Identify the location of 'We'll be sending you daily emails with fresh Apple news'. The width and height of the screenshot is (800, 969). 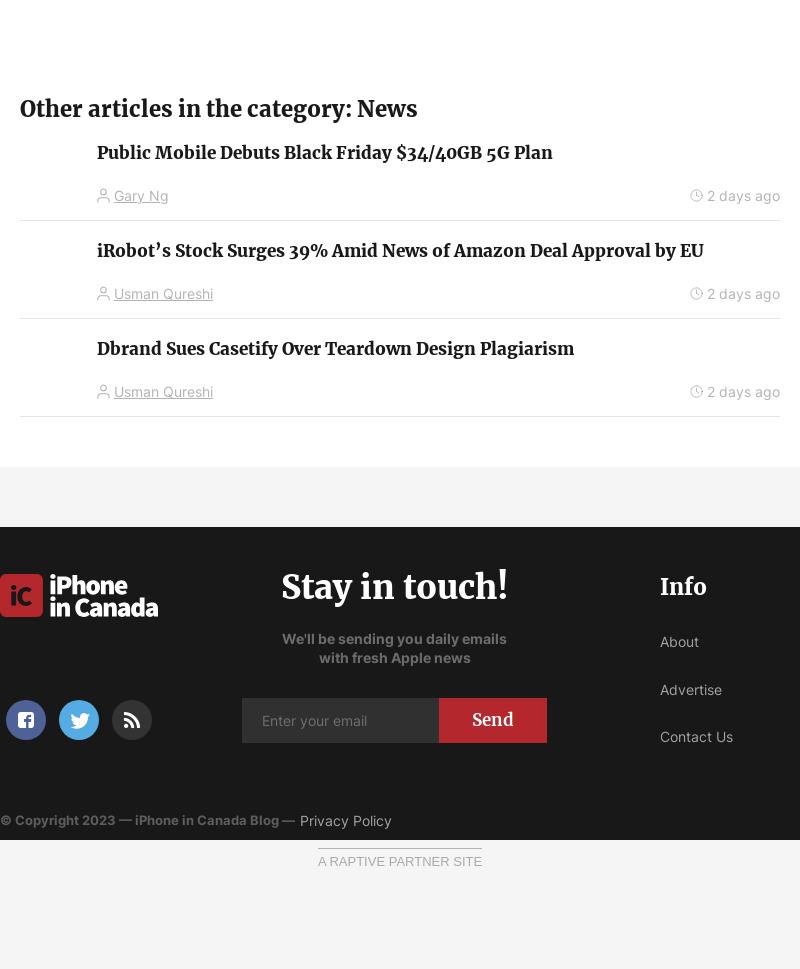
(393, 647).